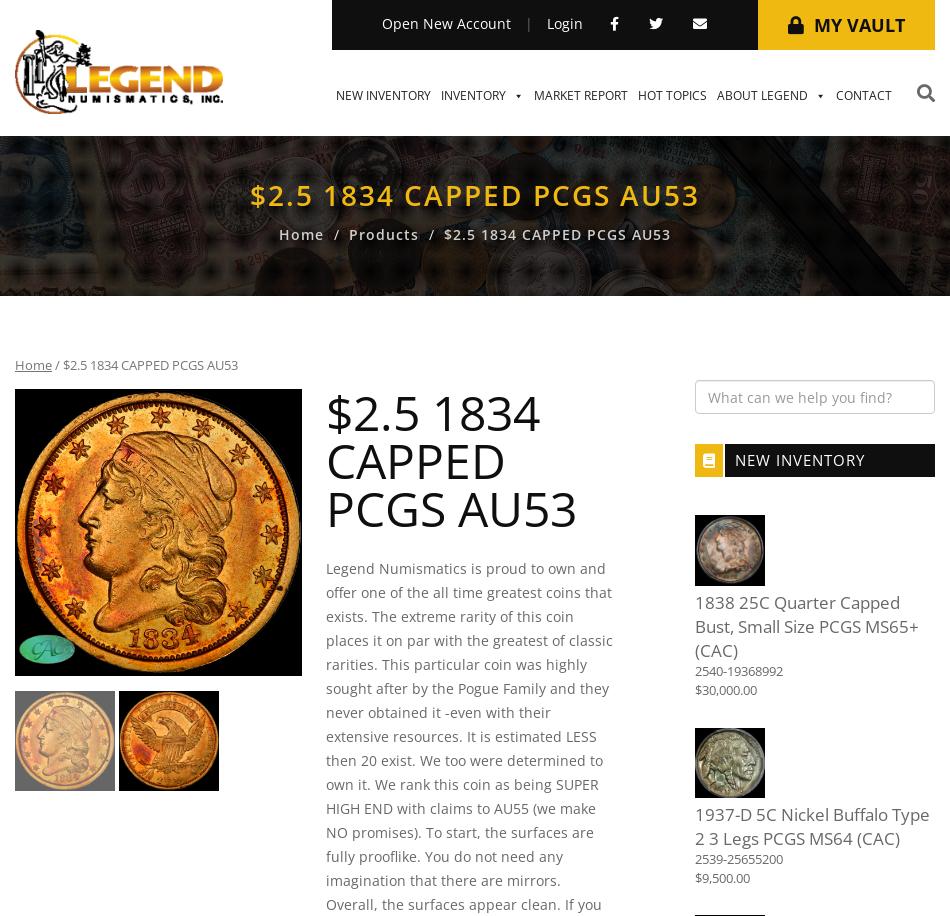  What do you see at coordinates (466, 526) in the screenshot?
I see `'2,750.00'` at bounding box center [466, 526].